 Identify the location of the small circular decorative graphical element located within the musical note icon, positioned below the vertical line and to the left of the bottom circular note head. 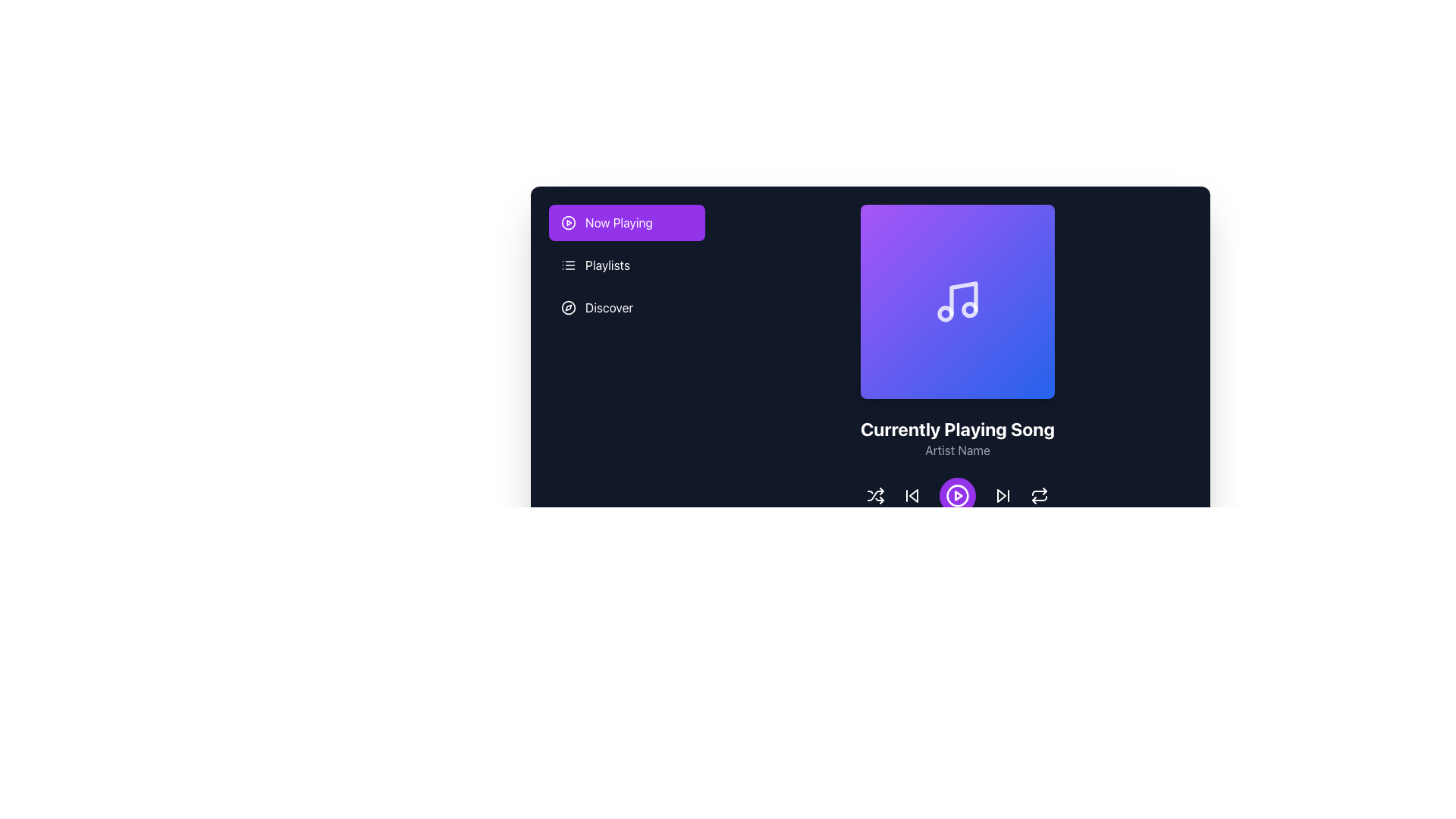
(945, 312).